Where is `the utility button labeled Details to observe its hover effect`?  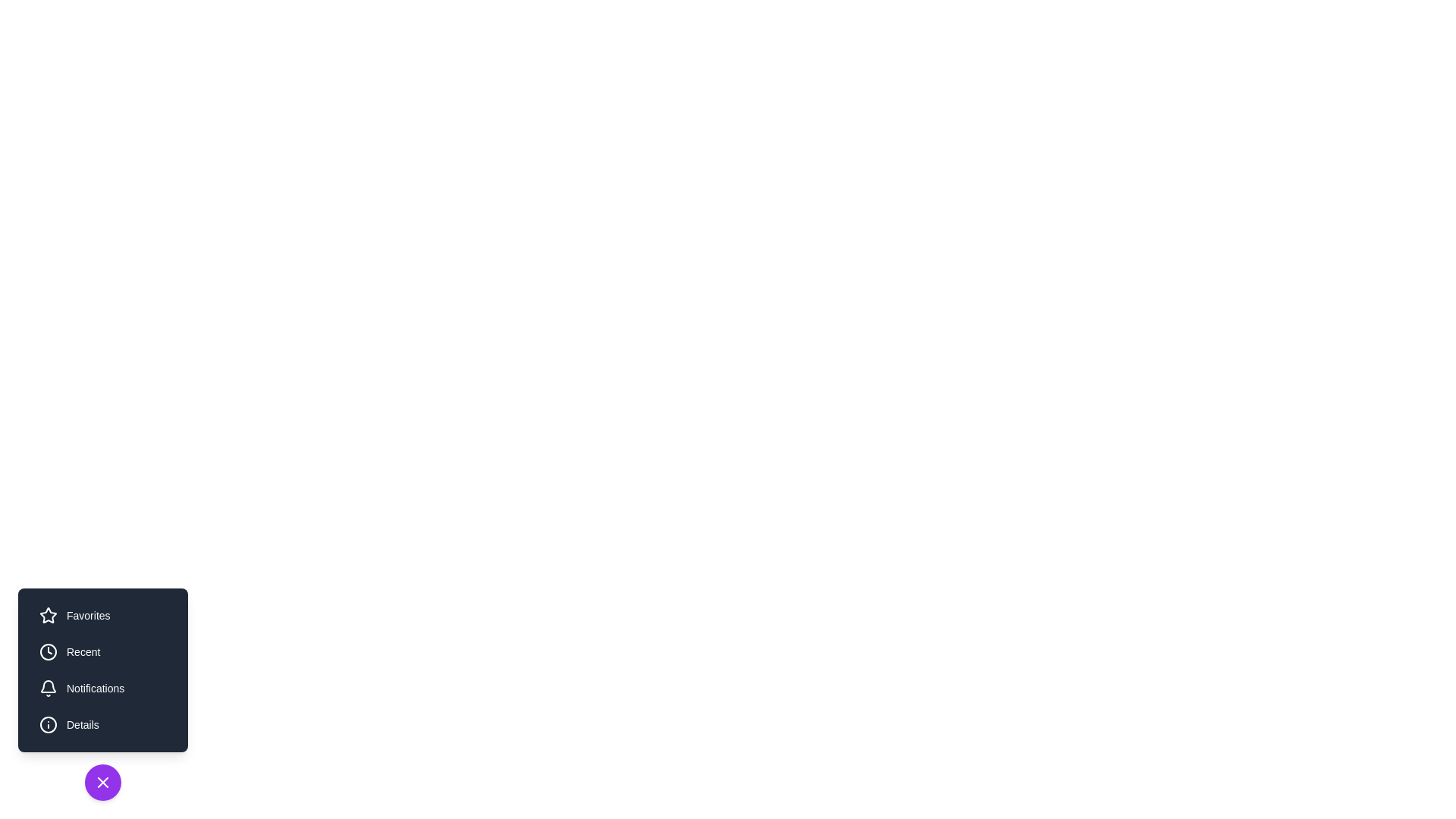
the utility button labeled Details to observe its hover effect is located at coordinates (102, 724).